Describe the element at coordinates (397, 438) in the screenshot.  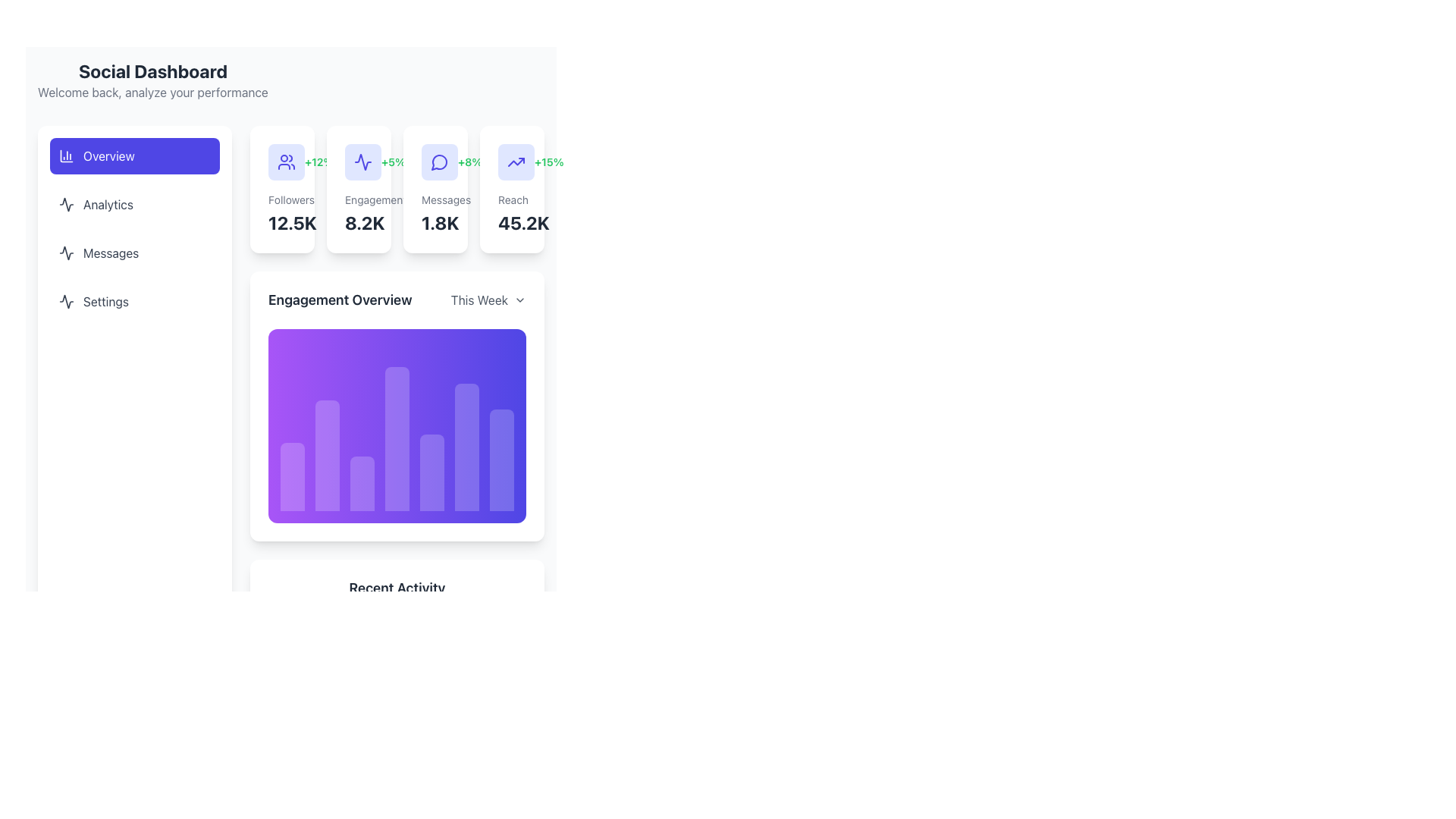
I see `the fourth bar in the bar chart, which visually represents a data point and is centrally located within the chart` at that location.